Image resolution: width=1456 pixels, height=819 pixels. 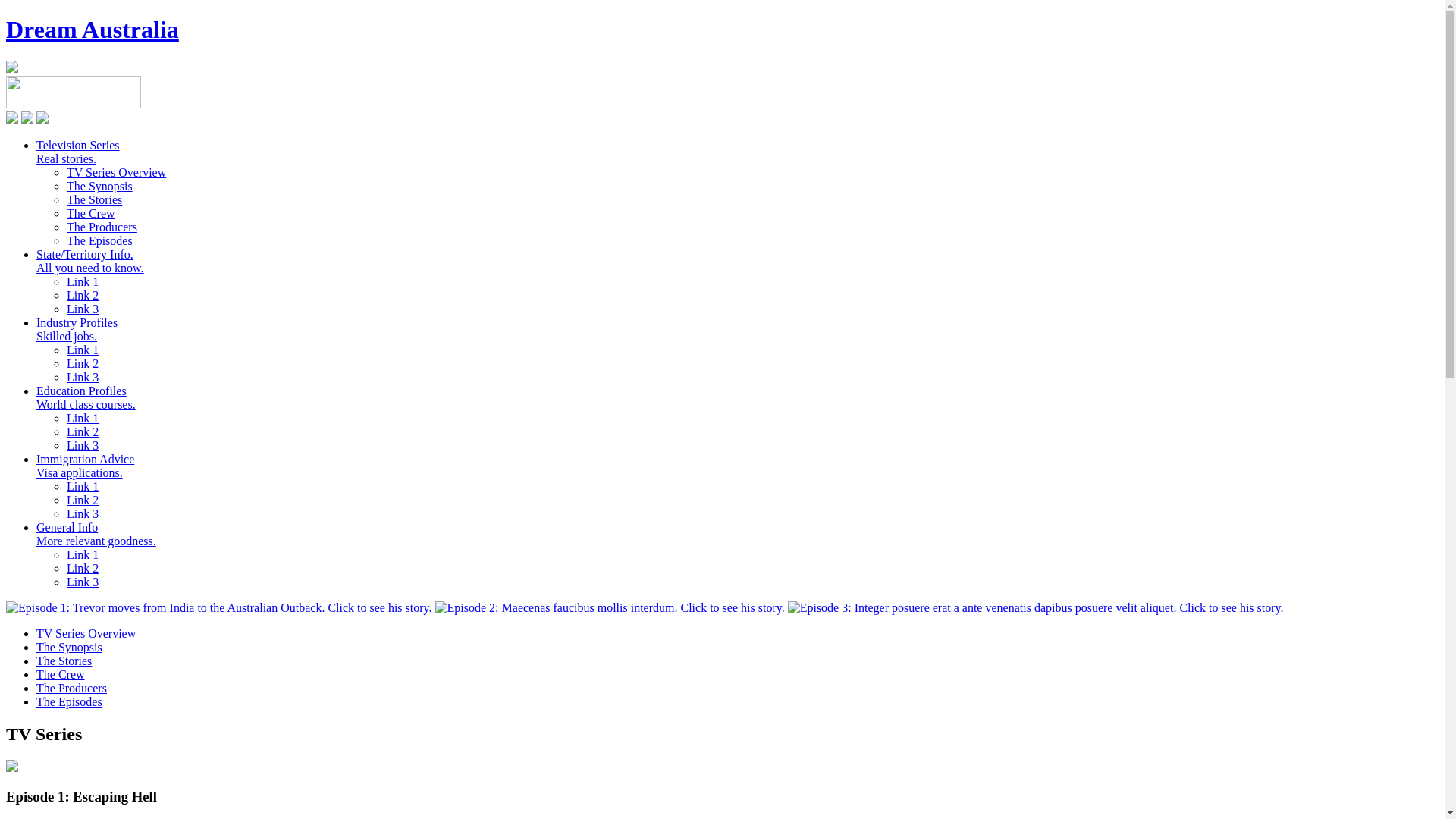 I want to click on 'The Synopsis', so click(x=99, y=185).